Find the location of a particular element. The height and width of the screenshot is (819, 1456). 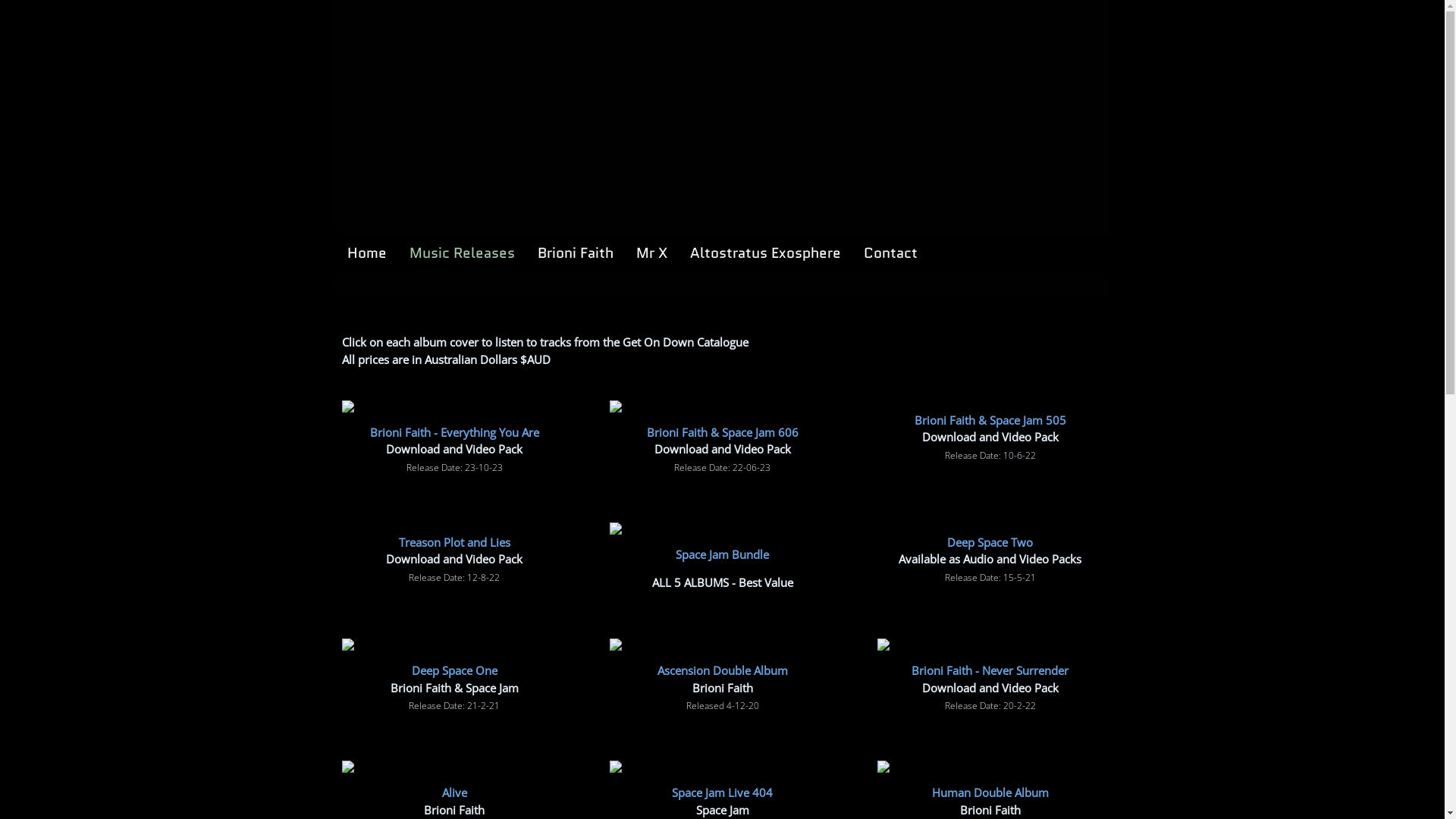

'Mr X' is located at coordinates (628, 253).